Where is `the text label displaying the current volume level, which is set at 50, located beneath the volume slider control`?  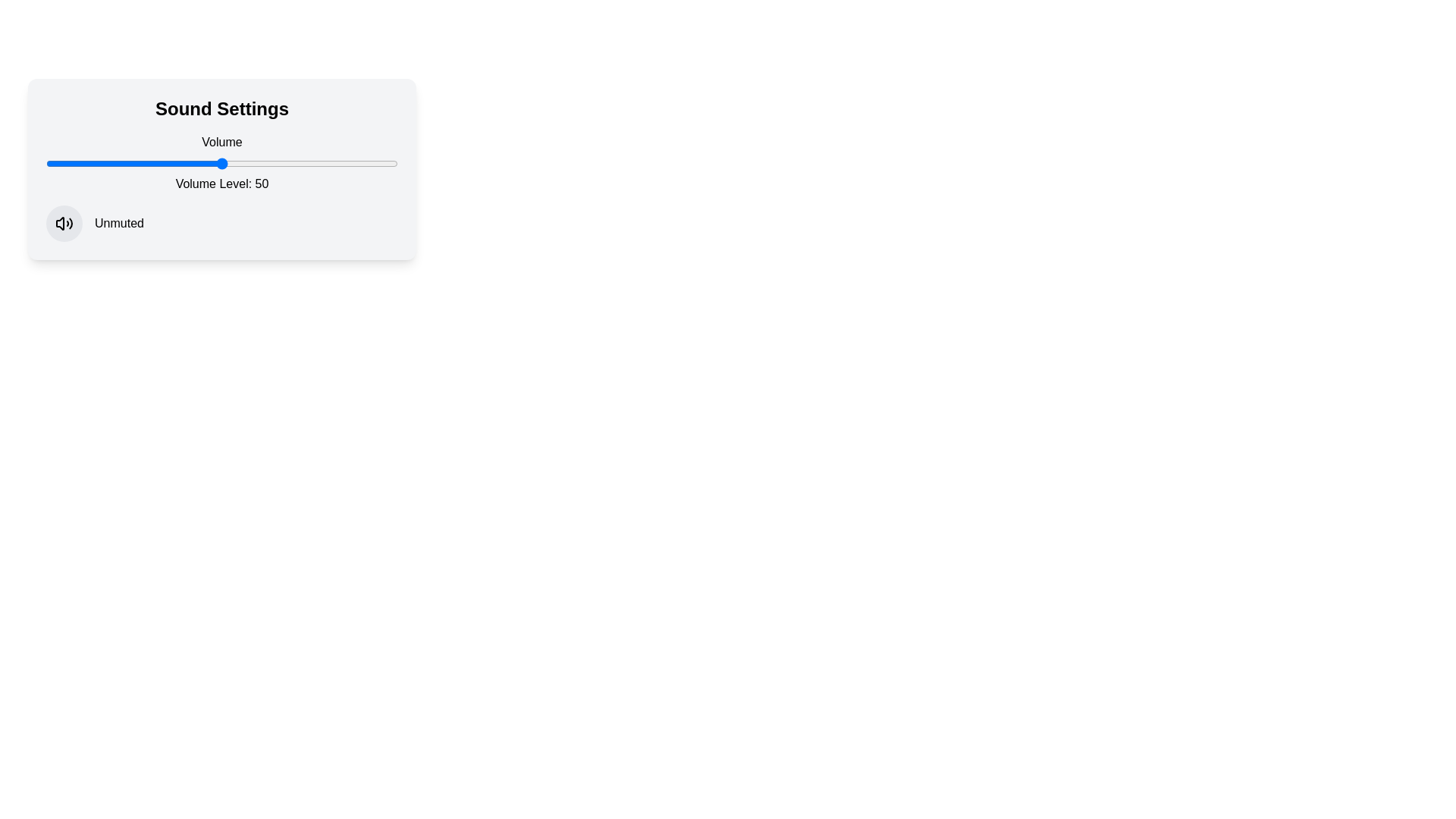 the text label displaying the current volume level, which is set at 50, located beneath the volume slider control is located at coordinates (221, 184).